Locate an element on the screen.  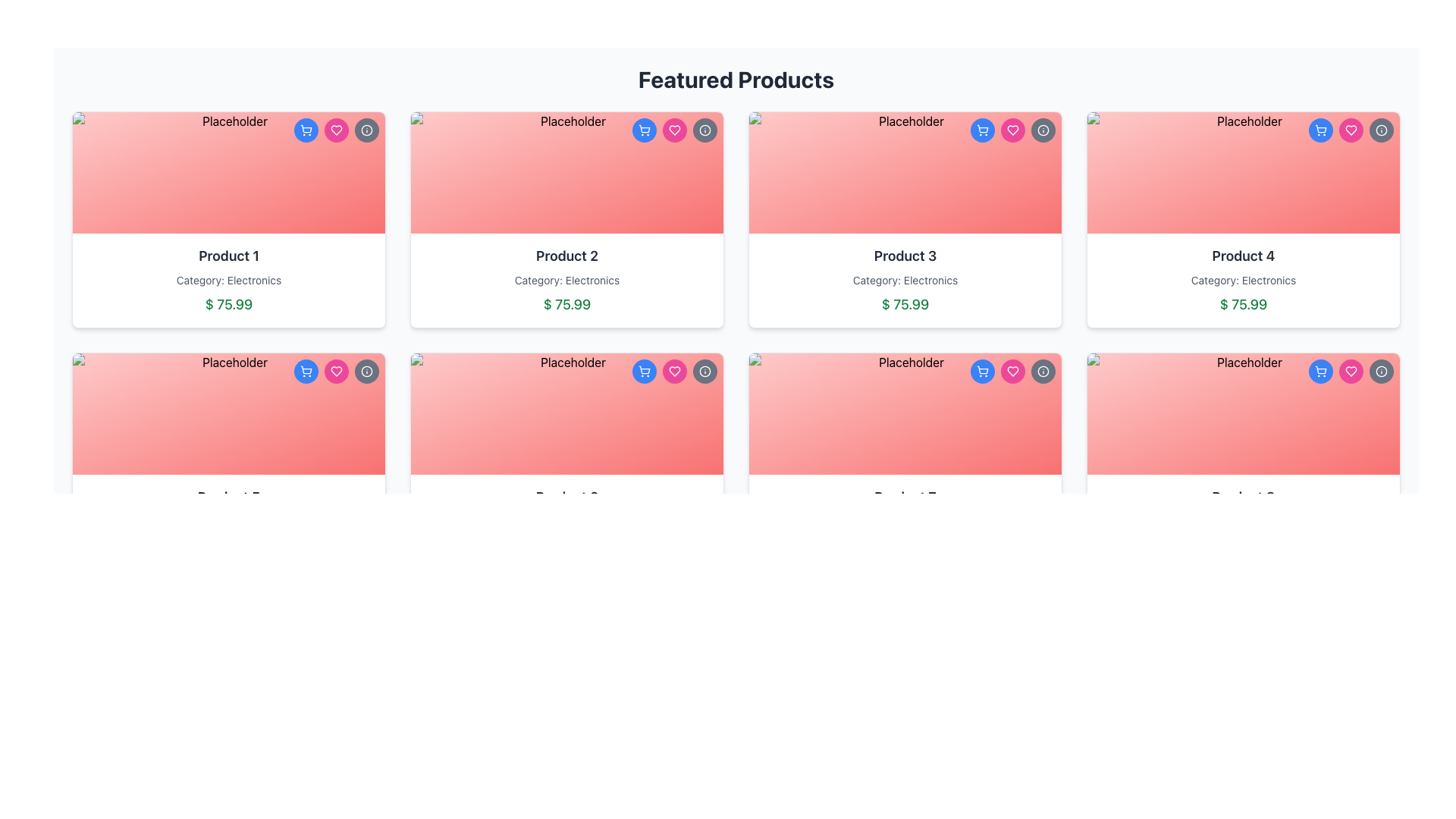
the 'favorite' button located at the top-right corner of the 'Product 1' panel to mark the associated product as a favorite is located at coordinates (336, 130).